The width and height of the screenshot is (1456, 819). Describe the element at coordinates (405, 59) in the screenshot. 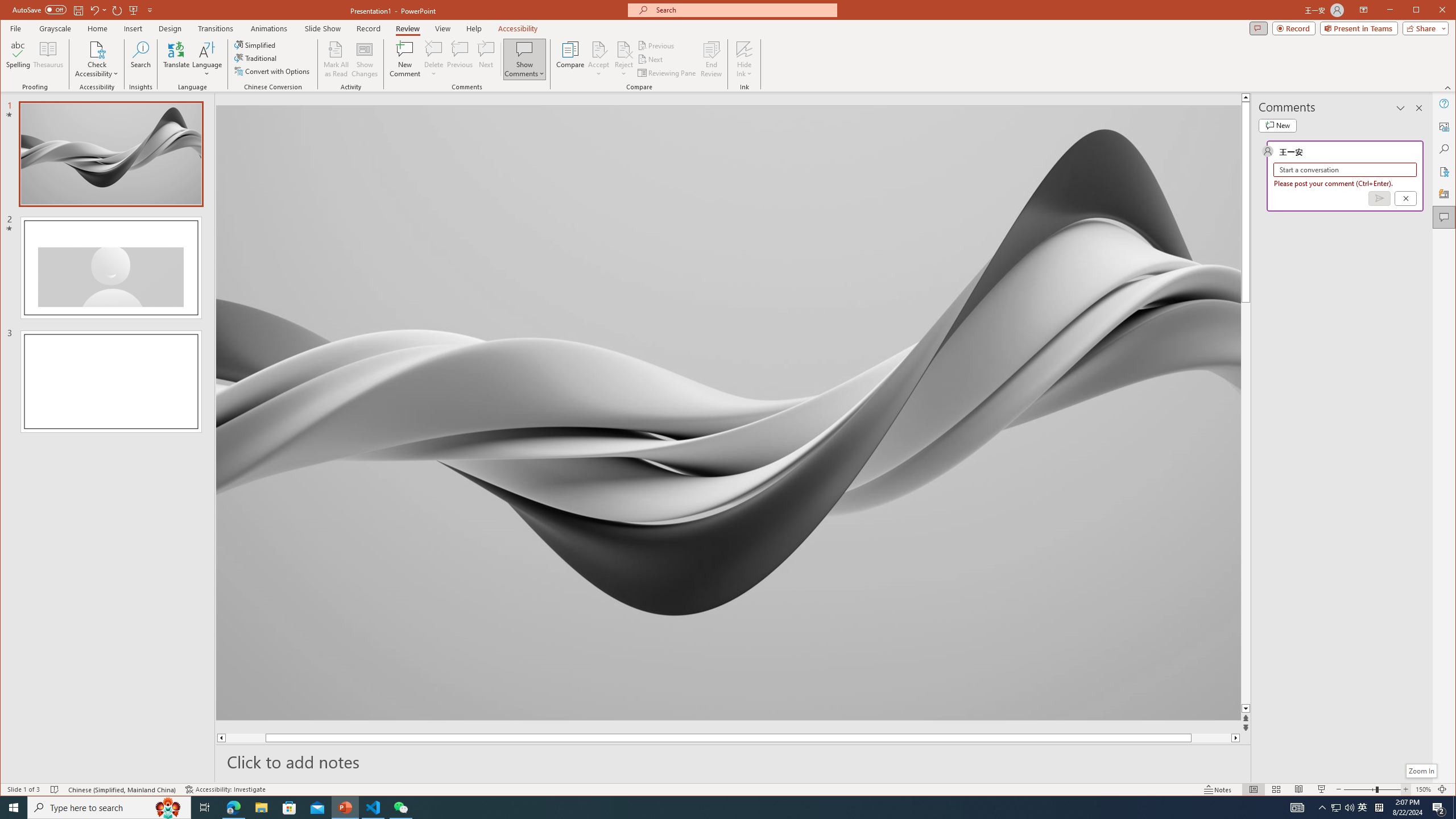

I see `'New Comment'` at that location.